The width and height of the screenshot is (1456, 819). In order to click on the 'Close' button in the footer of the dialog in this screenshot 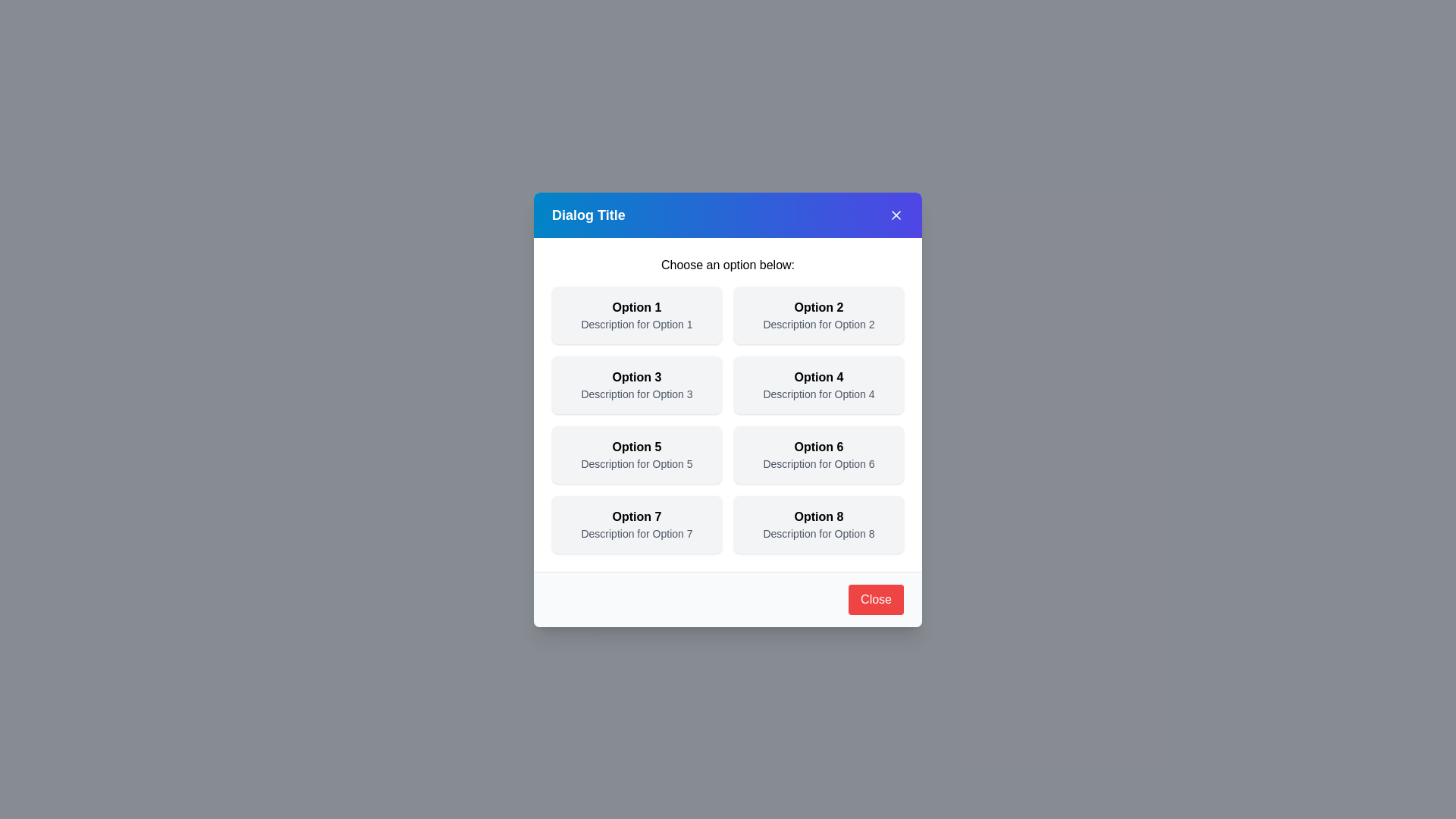, I will do `click(876, 598)`.